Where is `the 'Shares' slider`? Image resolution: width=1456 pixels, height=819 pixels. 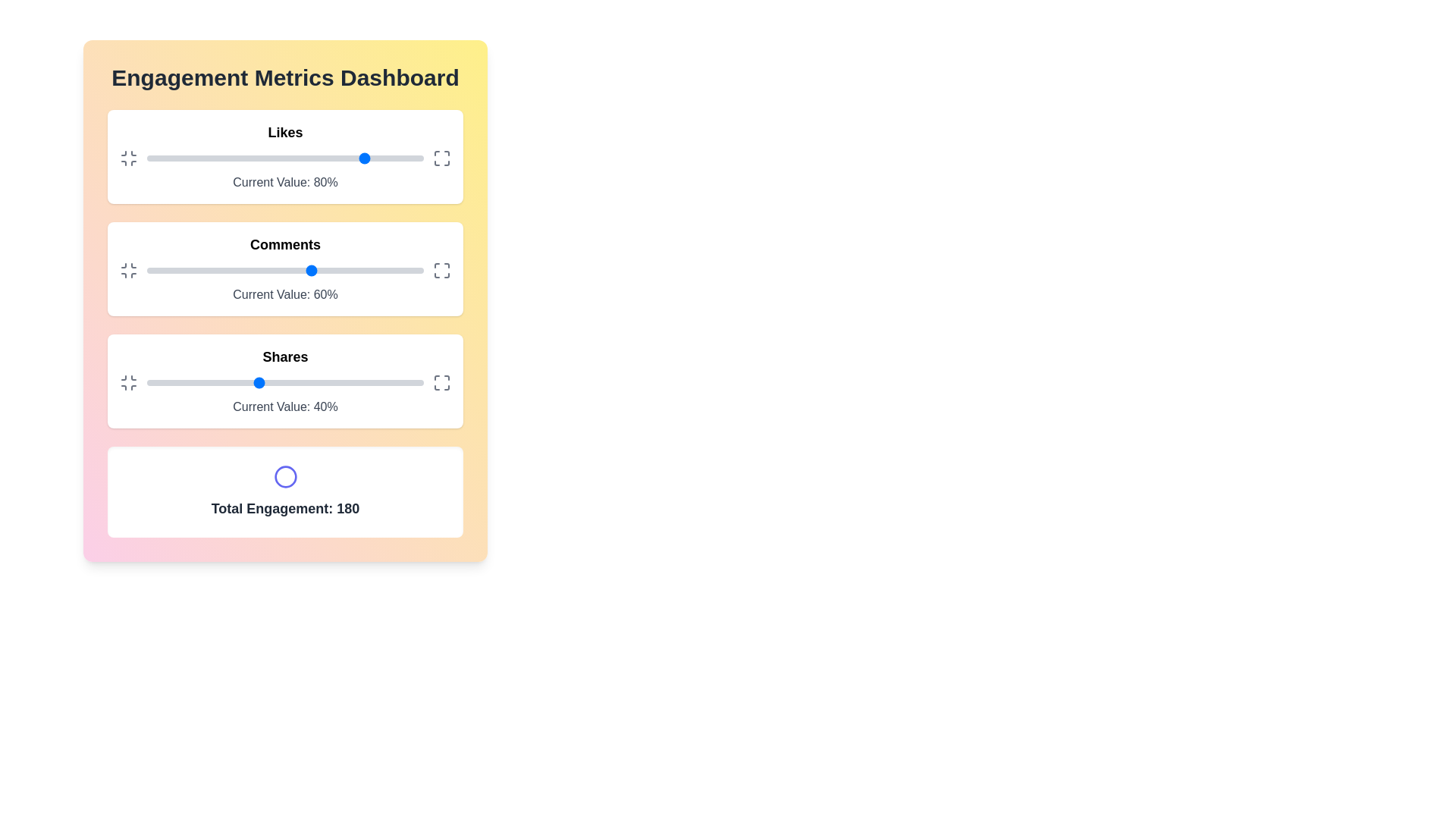 the 'Shares' slider is located at coordinates (401, 382).